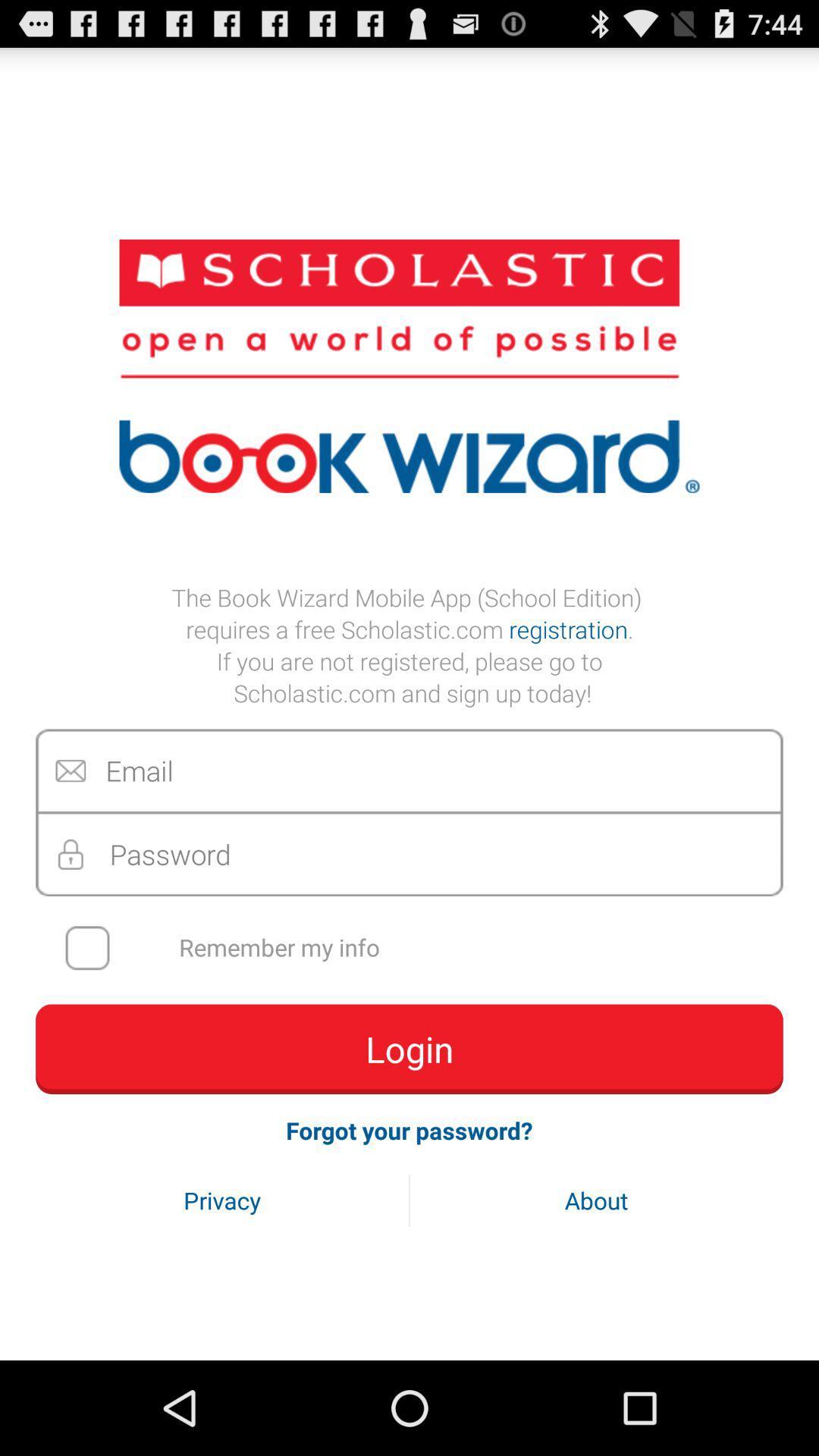  What do you see at coordinates (222, 1200) in the screenshot?
I see `the privacy icon` at bounding box center [222, 1200].